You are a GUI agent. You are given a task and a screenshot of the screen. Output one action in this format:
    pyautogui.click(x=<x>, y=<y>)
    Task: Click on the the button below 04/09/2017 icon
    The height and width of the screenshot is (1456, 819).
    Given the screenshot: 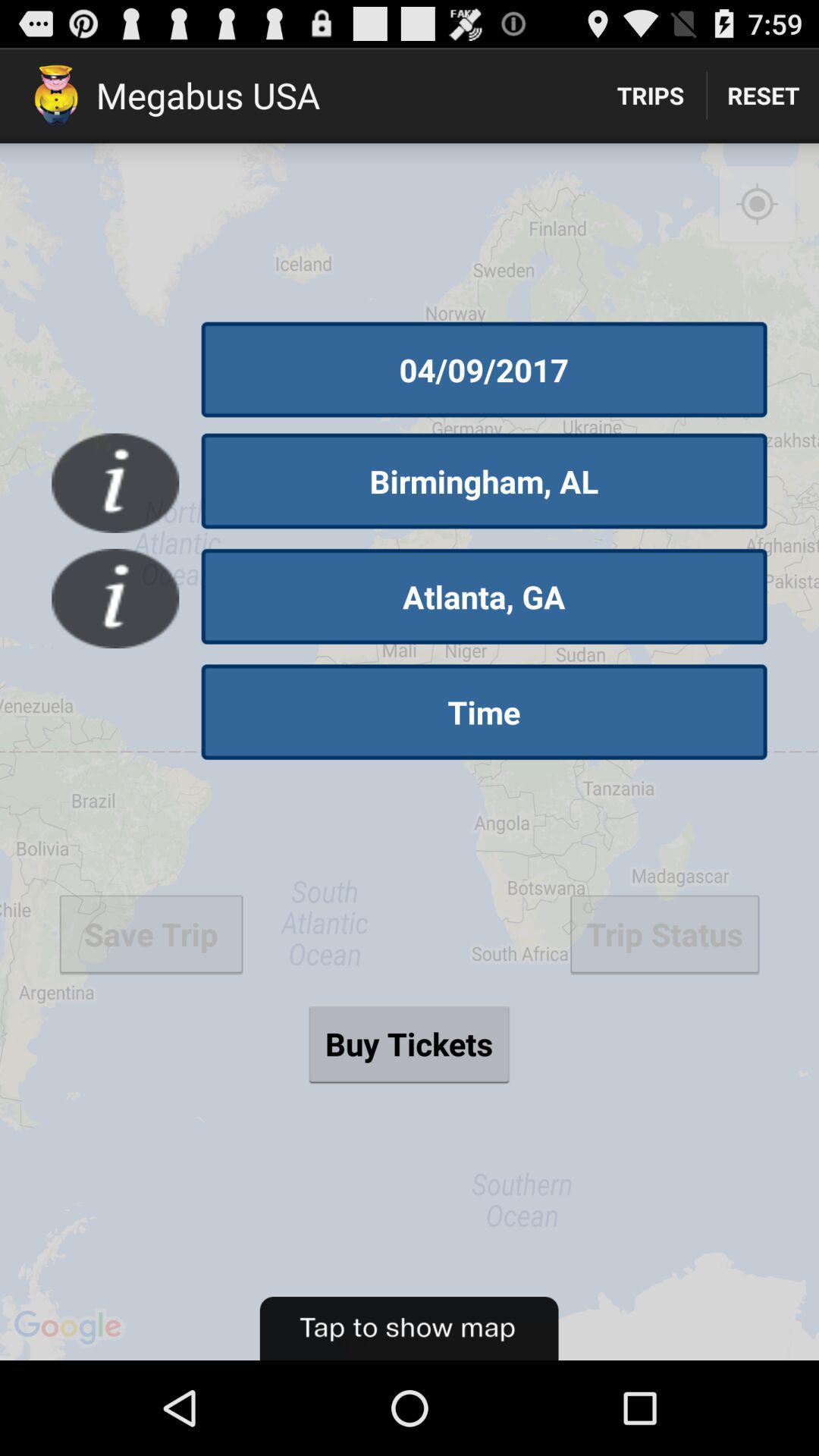 What is the action you would take?
    pyautogui.click(x=484, y=480)
    